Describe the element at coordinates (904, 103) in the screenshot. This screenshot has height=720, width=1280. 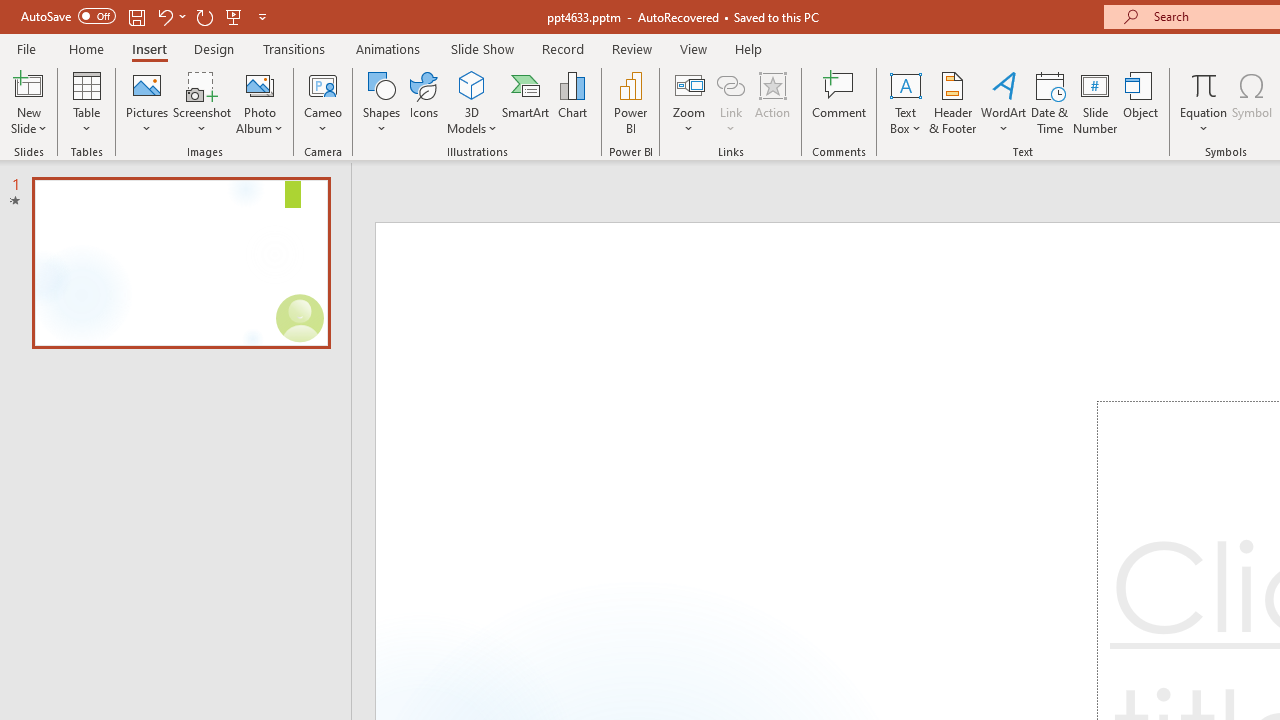
I see `'Text Box'` at that location.